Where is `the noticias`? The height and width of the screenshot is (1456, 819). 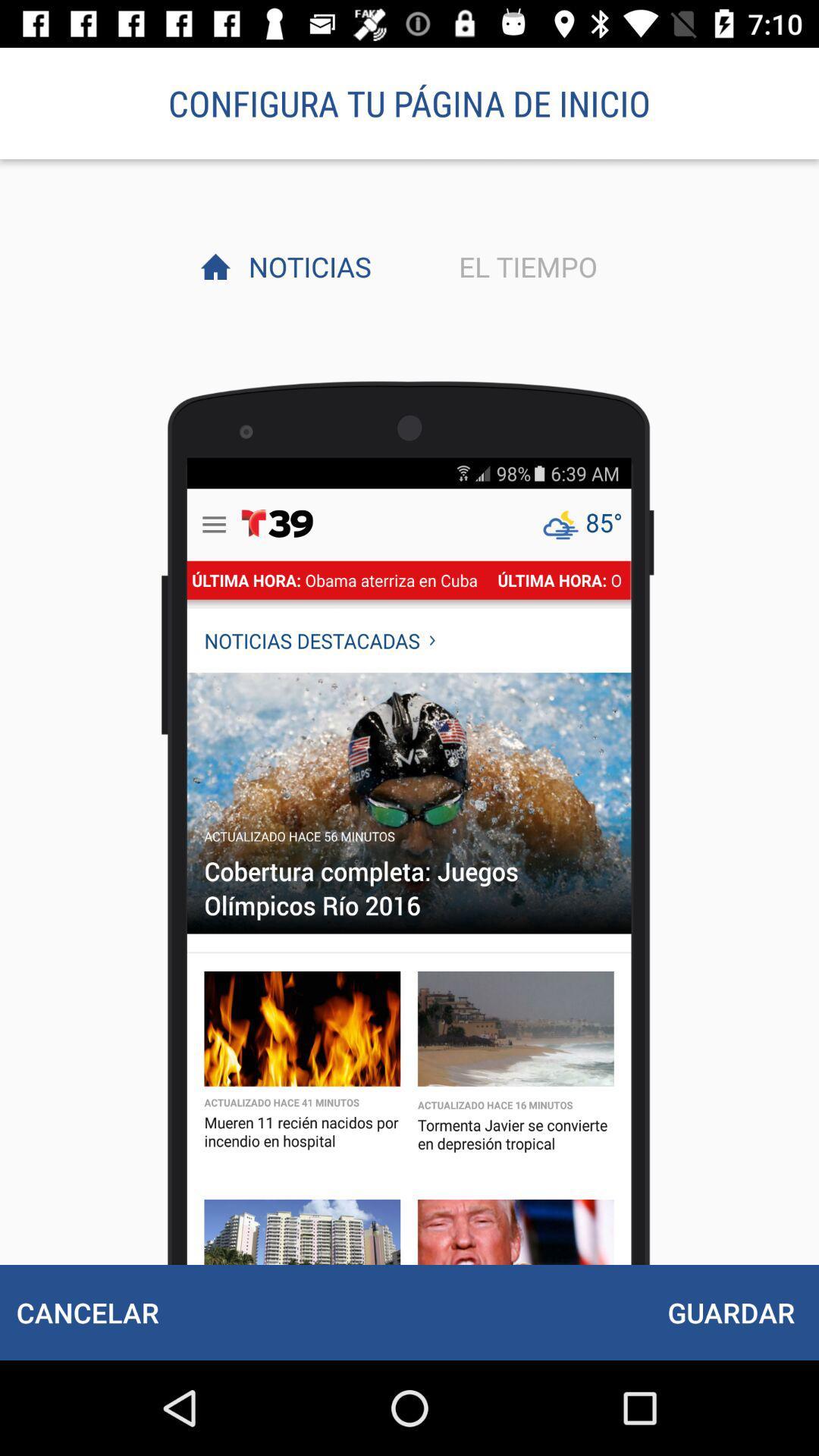
the noticias is located at coordinates (306, 266).